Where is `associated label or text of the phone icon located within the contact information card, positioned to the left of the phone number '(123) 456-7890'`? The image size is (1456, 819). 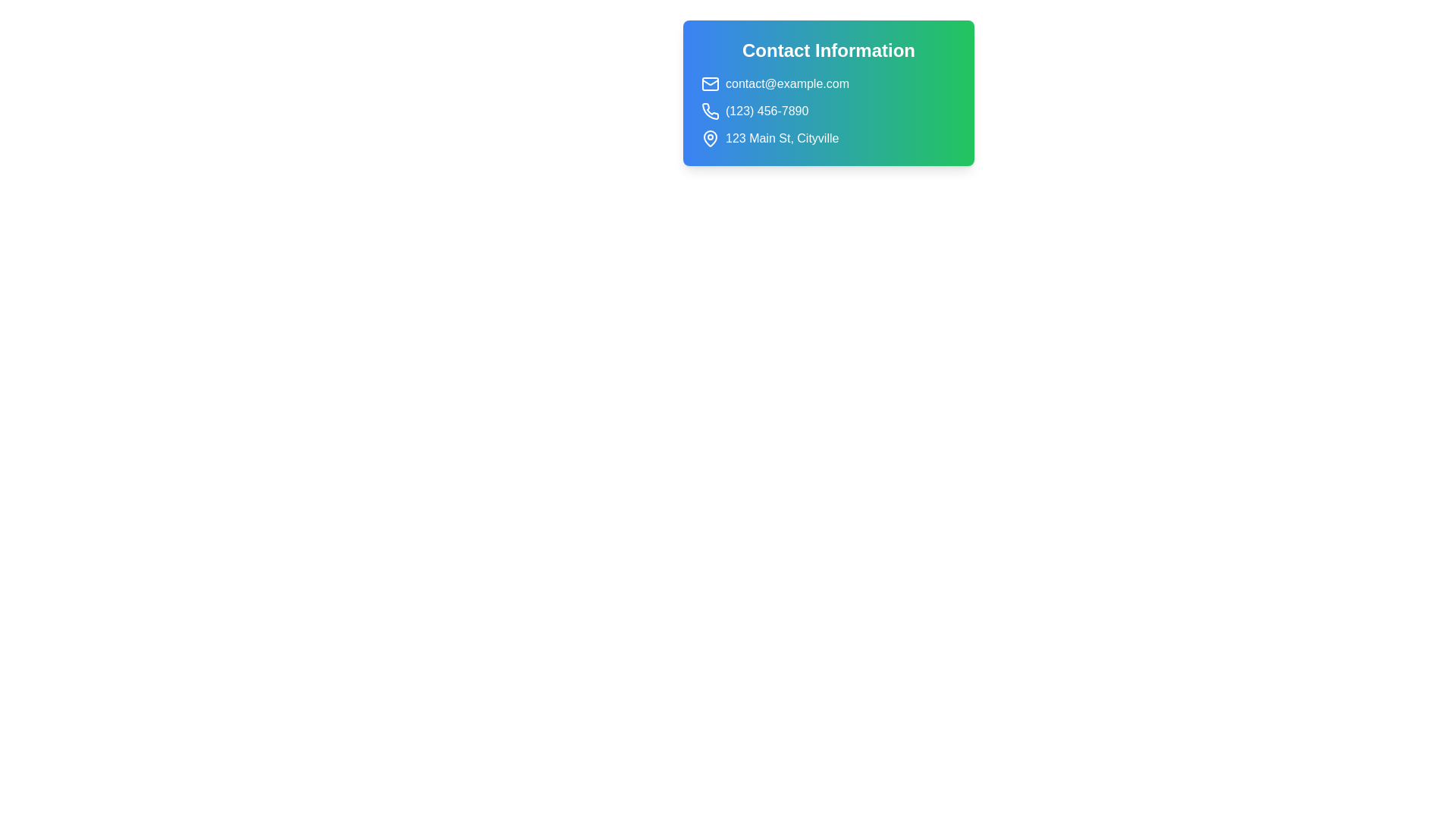 associated label or text of the phone icon located within the contact information card, positioned to the left of the phone number '(123) 456-7890' is located at coordinates (709, 110).